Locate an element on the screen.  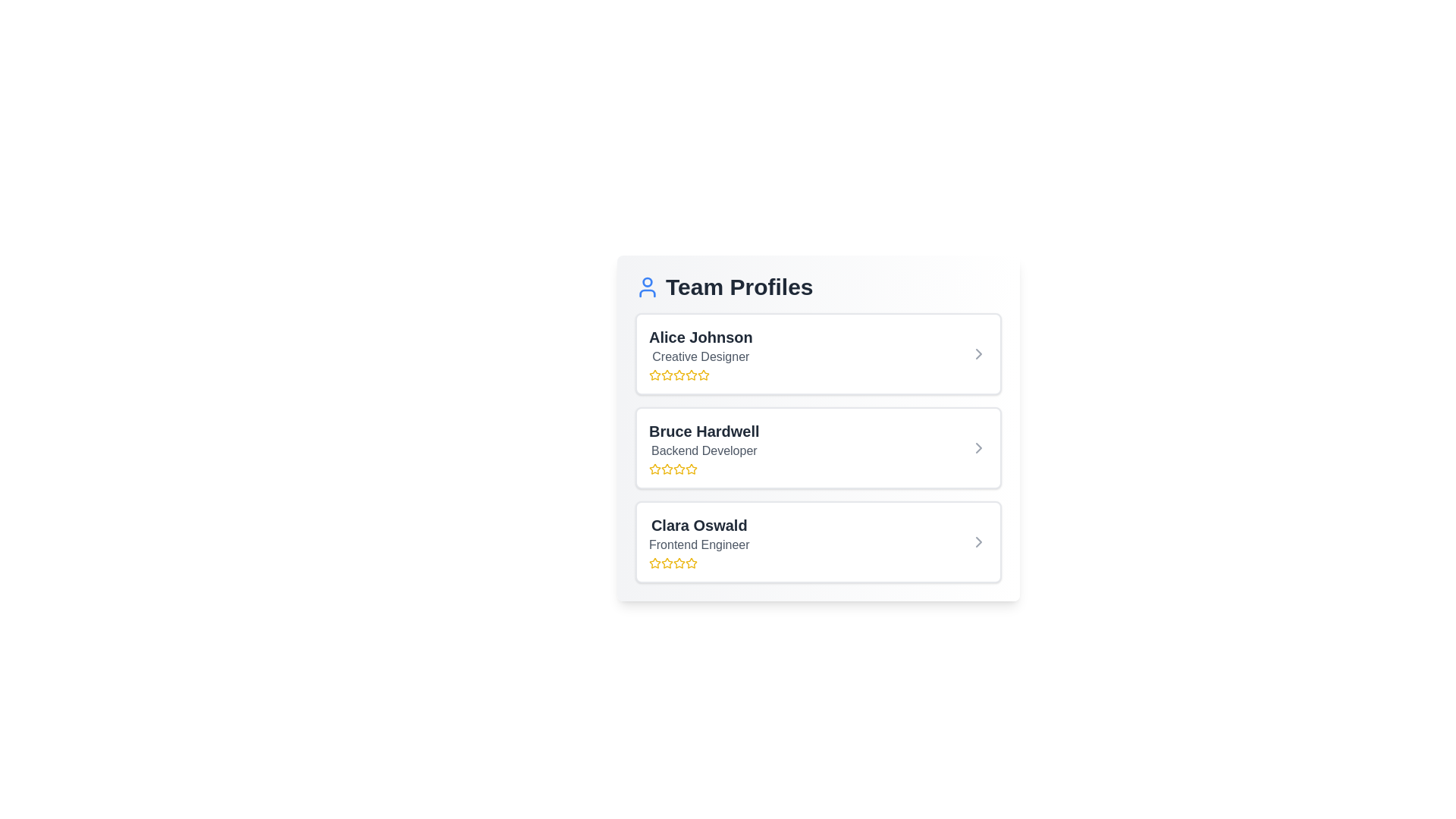
the rating to 3 stars by clicking on the corresponding star is located at coordinates (679, 375).